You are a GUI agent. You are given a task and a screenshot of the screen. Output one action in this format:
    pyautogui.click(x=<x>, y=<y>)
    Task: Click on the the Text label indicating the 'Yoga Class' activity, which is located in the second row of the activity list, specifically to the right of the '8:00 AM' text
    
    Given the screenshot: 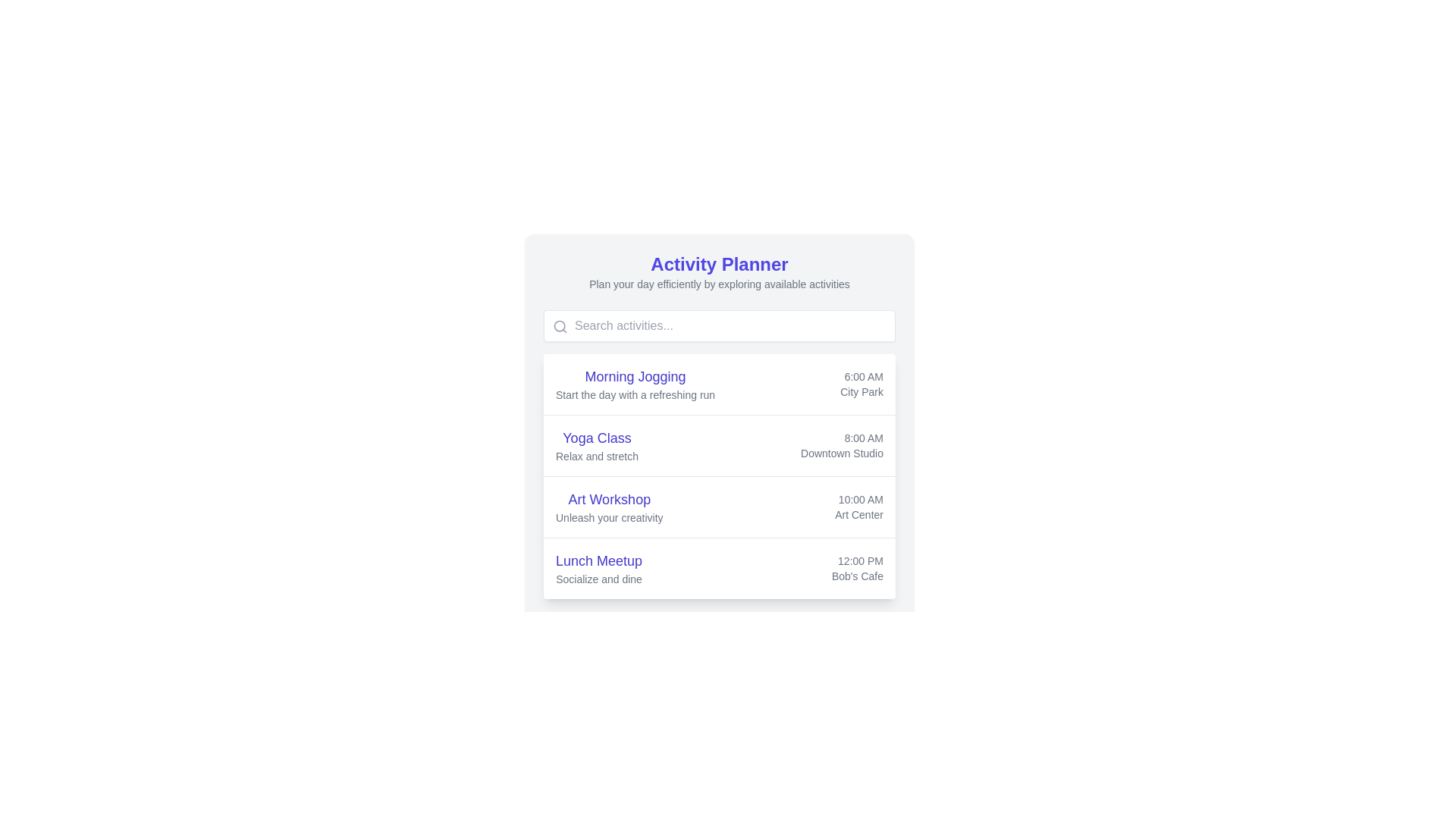 What is the action you would take?
    pyautogui.click(x=841, y=452)
    